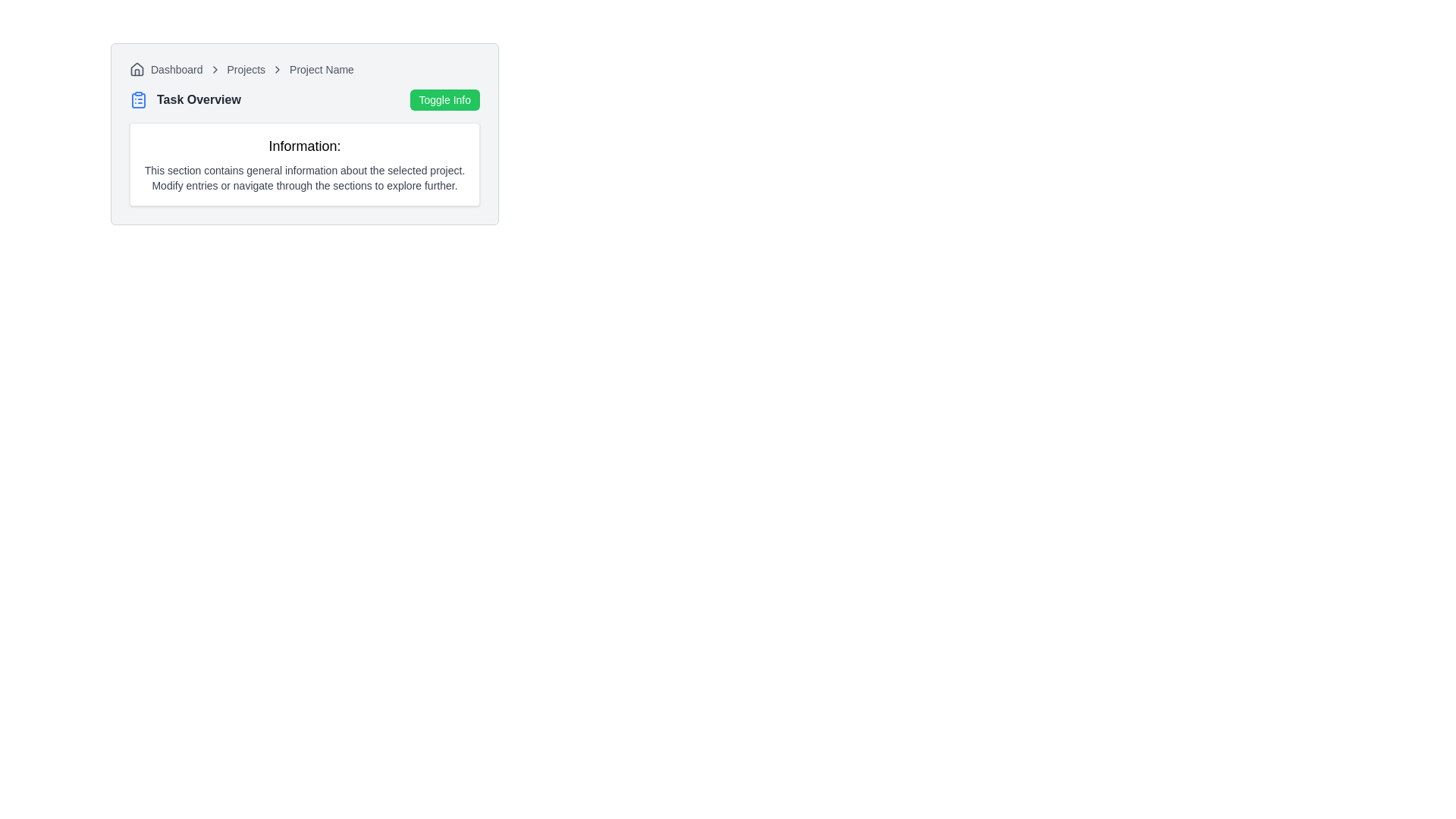 This screenshot has width=1456, height=819. I want to click on the button located in the upper-right side of the 'Task Overview' section, so click(444, 99).